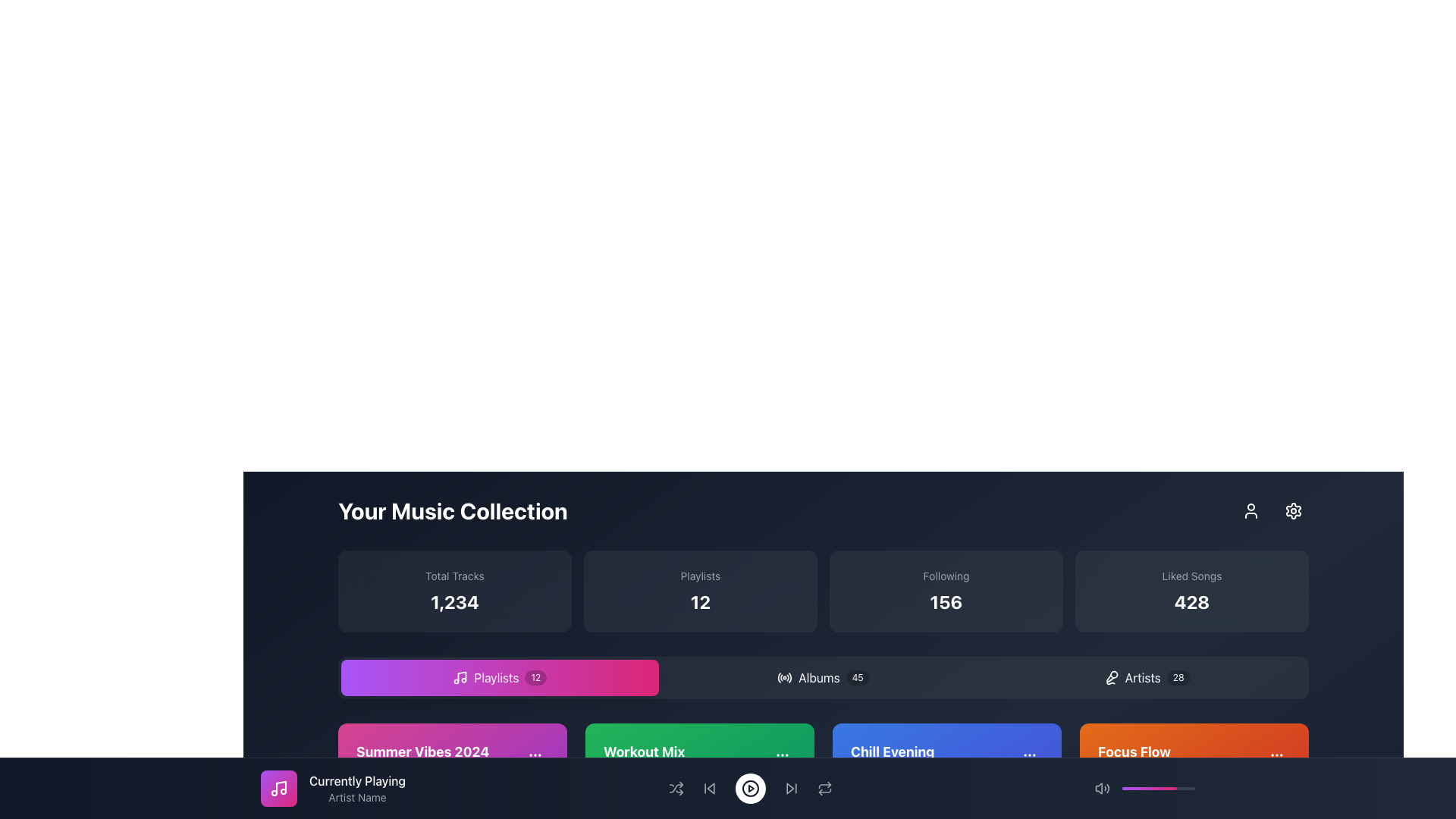 This screenshot has height=819, width=1456. I want to click on the backward skip control button, which is the third button from the left in the media player controls, to change its color to white, so click(708, 788).